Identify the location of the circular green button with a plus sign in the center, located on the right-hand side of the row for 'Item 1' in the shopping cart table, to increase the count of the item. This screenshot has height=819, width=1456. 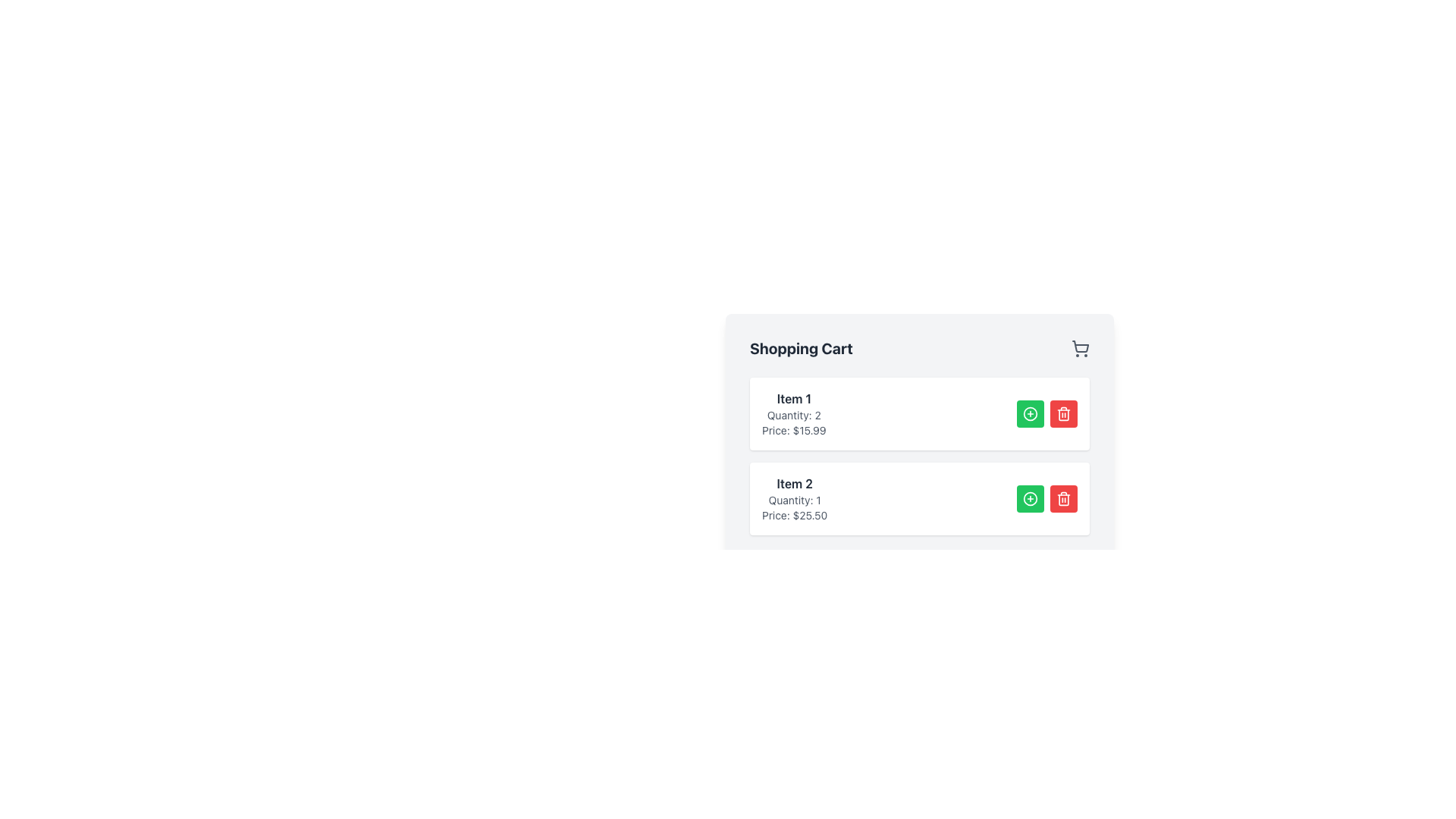
(1030, 414).